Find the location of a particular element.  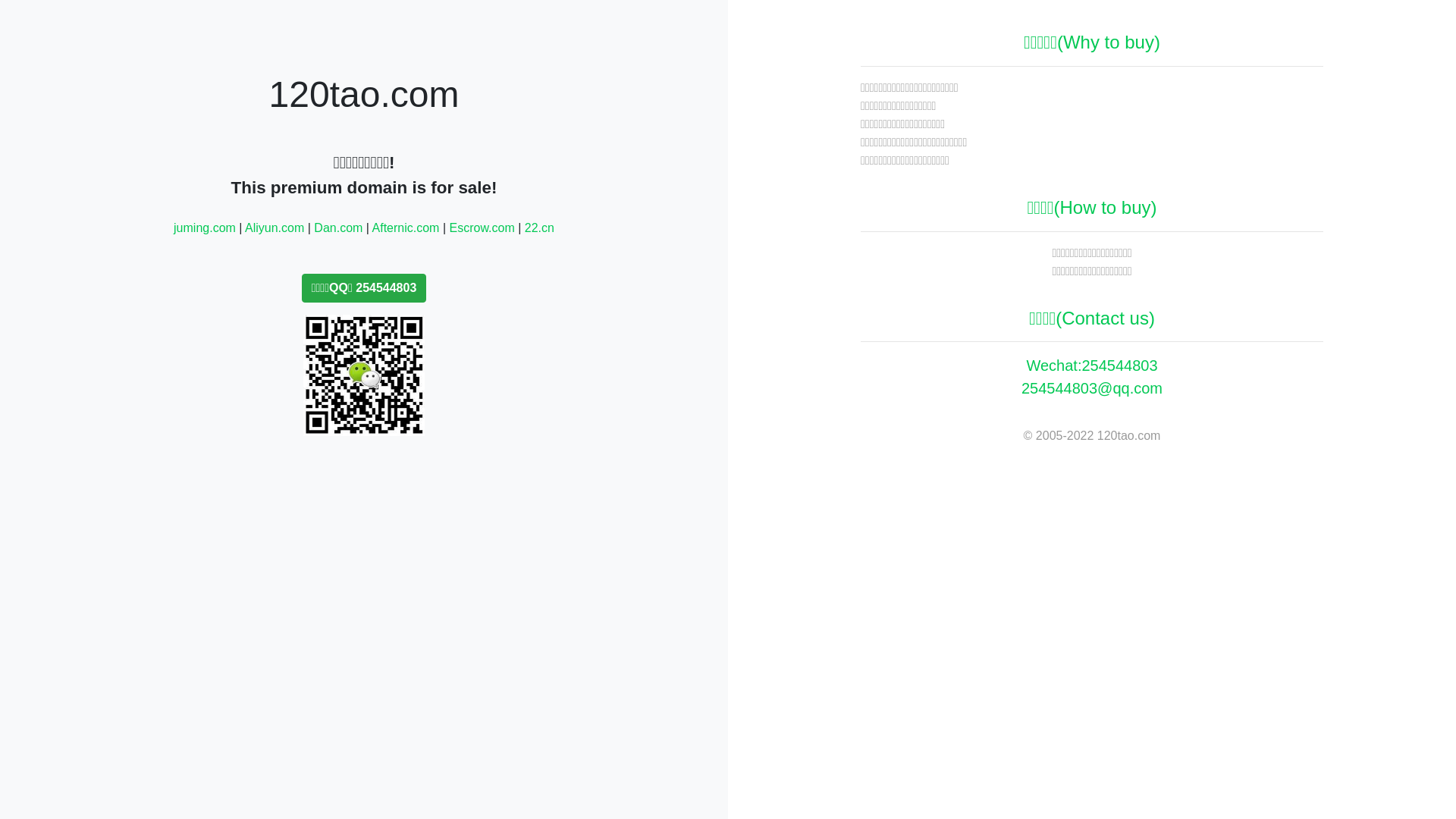

'Afternic.com' is located at coordinates (406, 227).